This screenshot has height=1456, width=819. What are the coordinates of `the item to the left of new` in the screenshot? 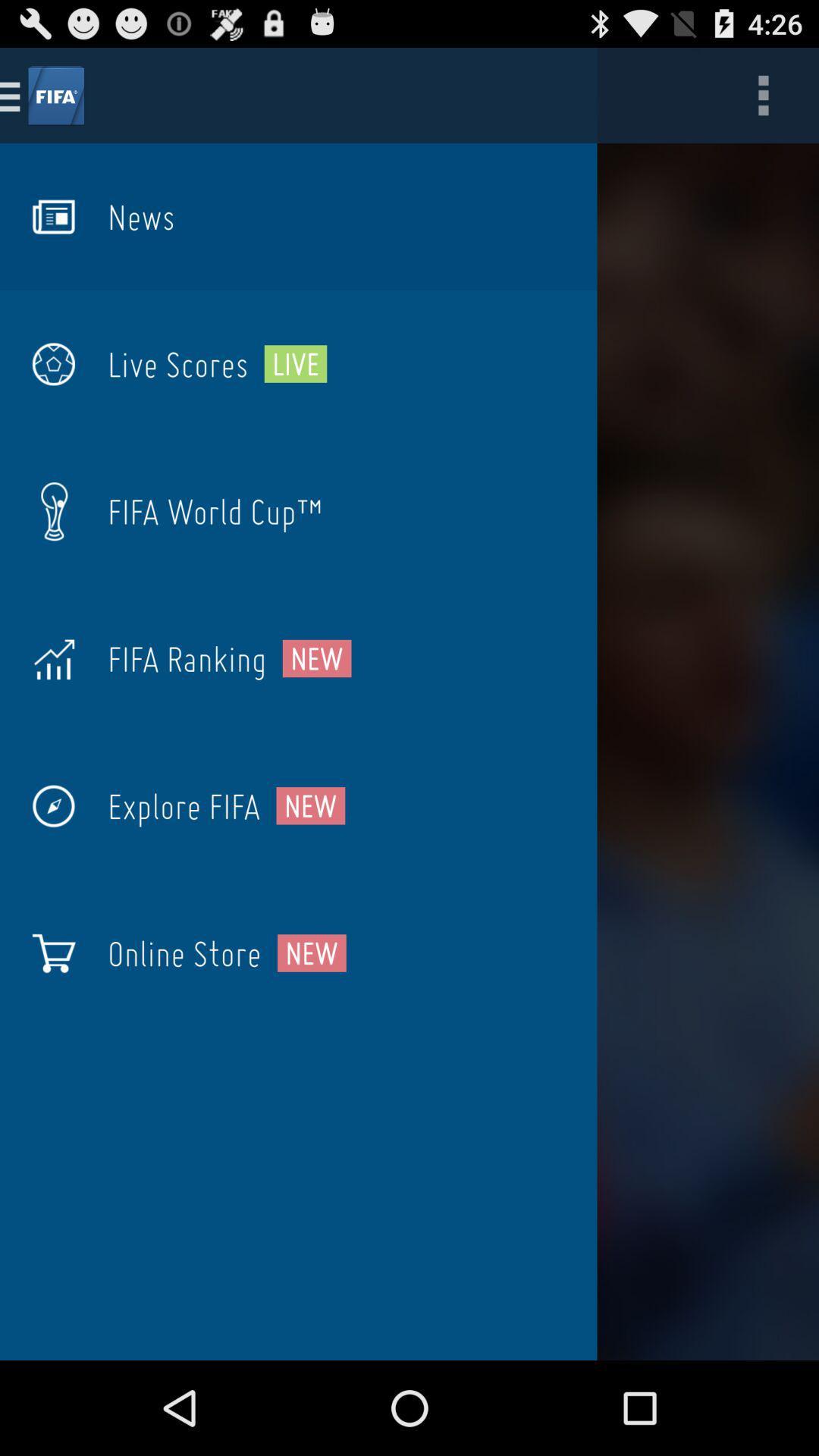 It's located at (183, 805).